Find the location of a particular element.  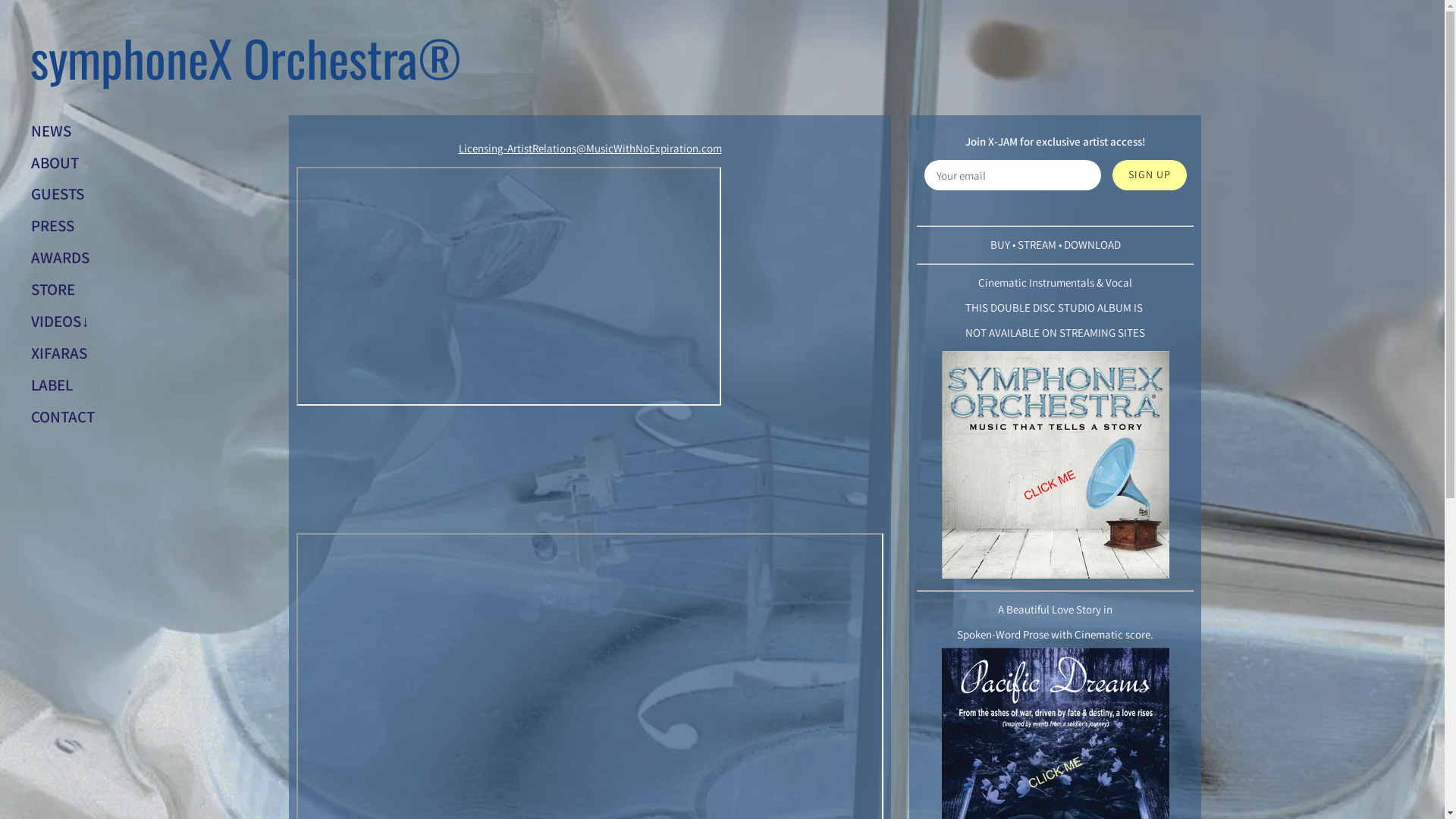

'Licensing-ArtistRelations@MusicWithNoExpiration.com' is located at coordinates (589, 148).